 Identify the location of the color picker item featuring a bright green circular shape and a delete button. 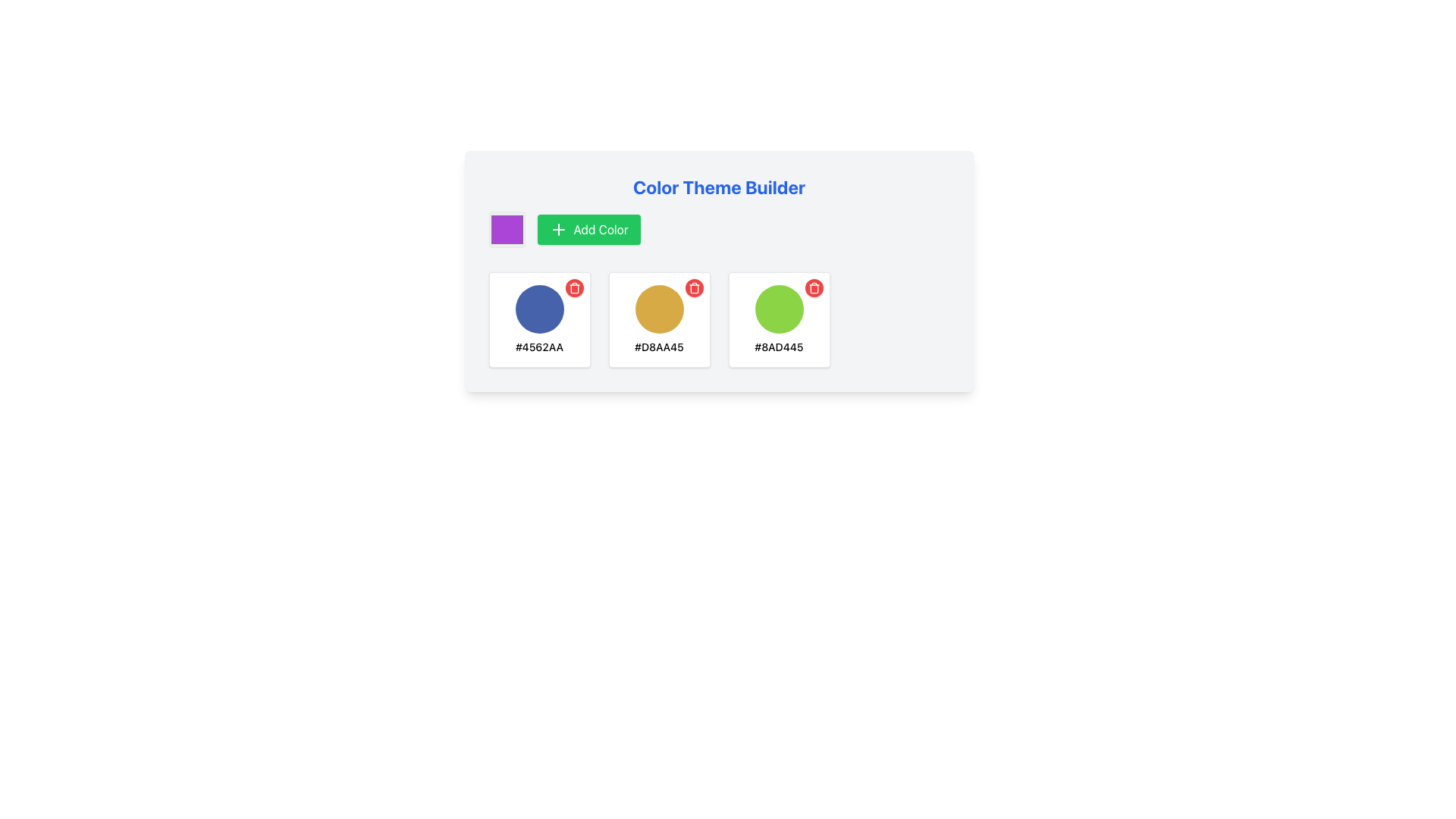
(779, 318).